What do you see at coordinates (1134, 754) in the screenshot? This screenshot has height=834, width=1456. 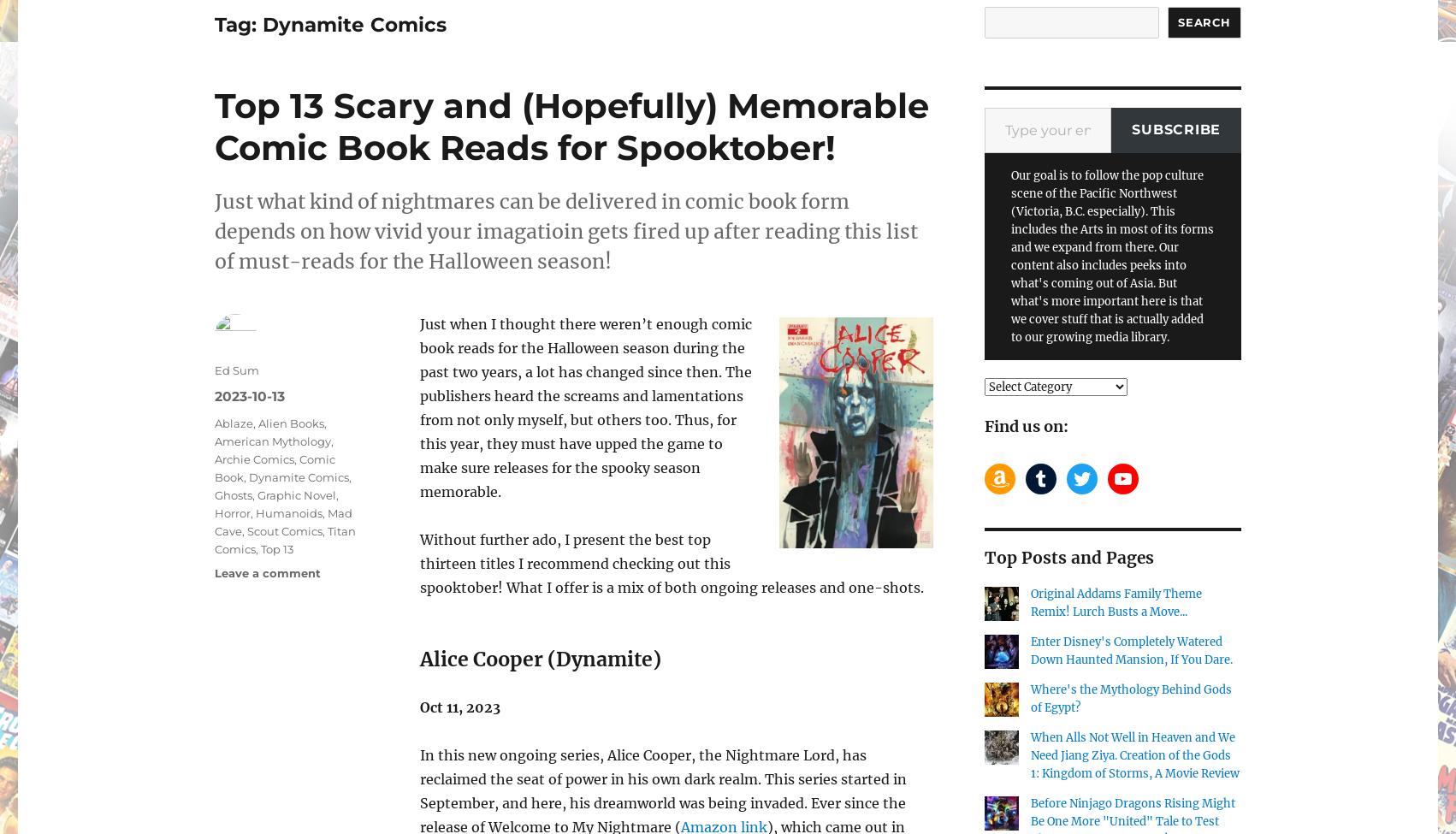 I see `'When Alls Not Well in Heaven and We Need Jiang Ziya. Creation of the Gods 1: Kingdom of Storms, A Movie Review'` at bounding box center [1134, 754].